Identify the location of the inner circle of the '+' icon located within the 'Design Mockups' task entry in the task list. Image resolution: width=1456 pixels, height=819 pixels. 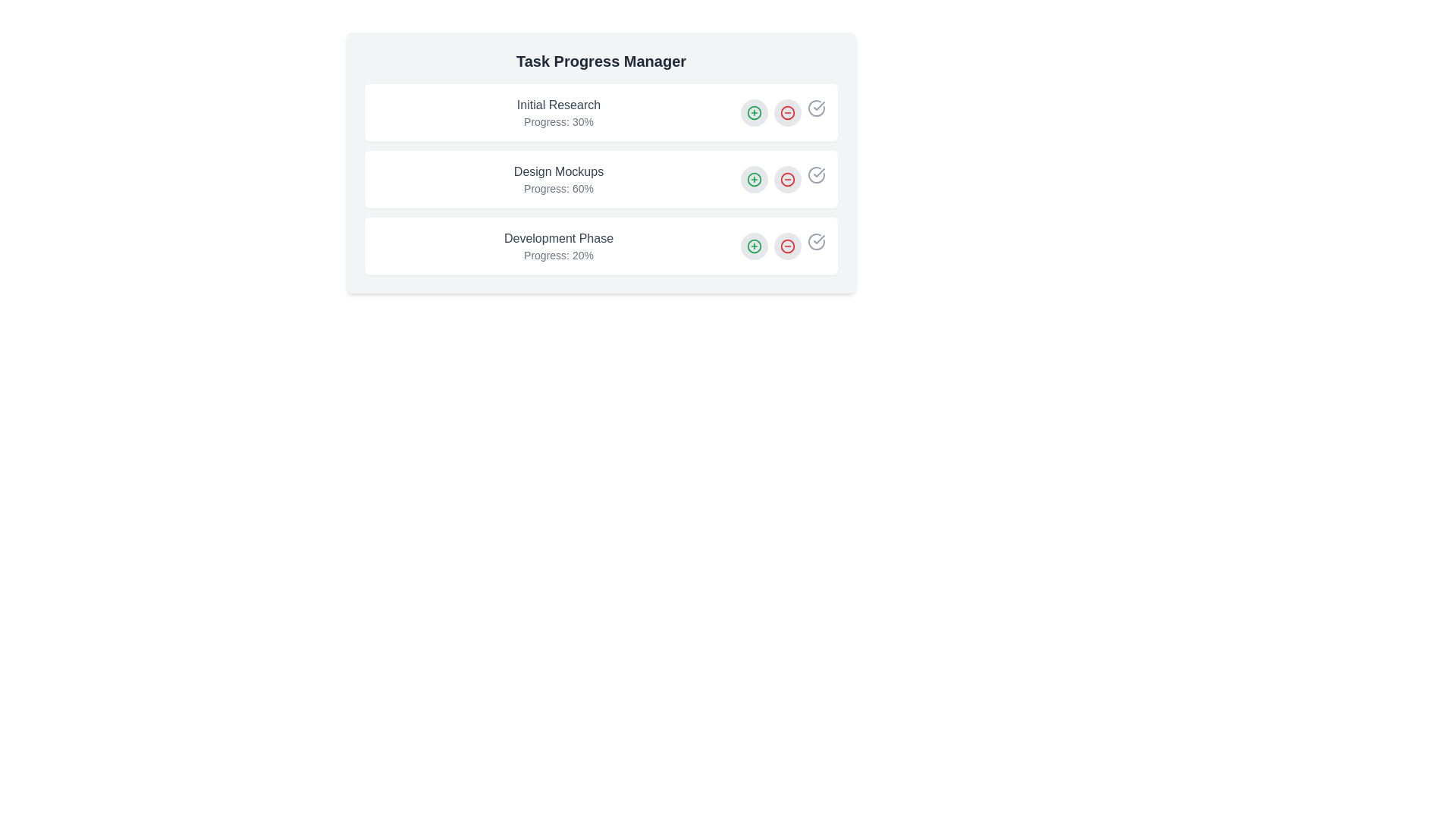
(754, 112).